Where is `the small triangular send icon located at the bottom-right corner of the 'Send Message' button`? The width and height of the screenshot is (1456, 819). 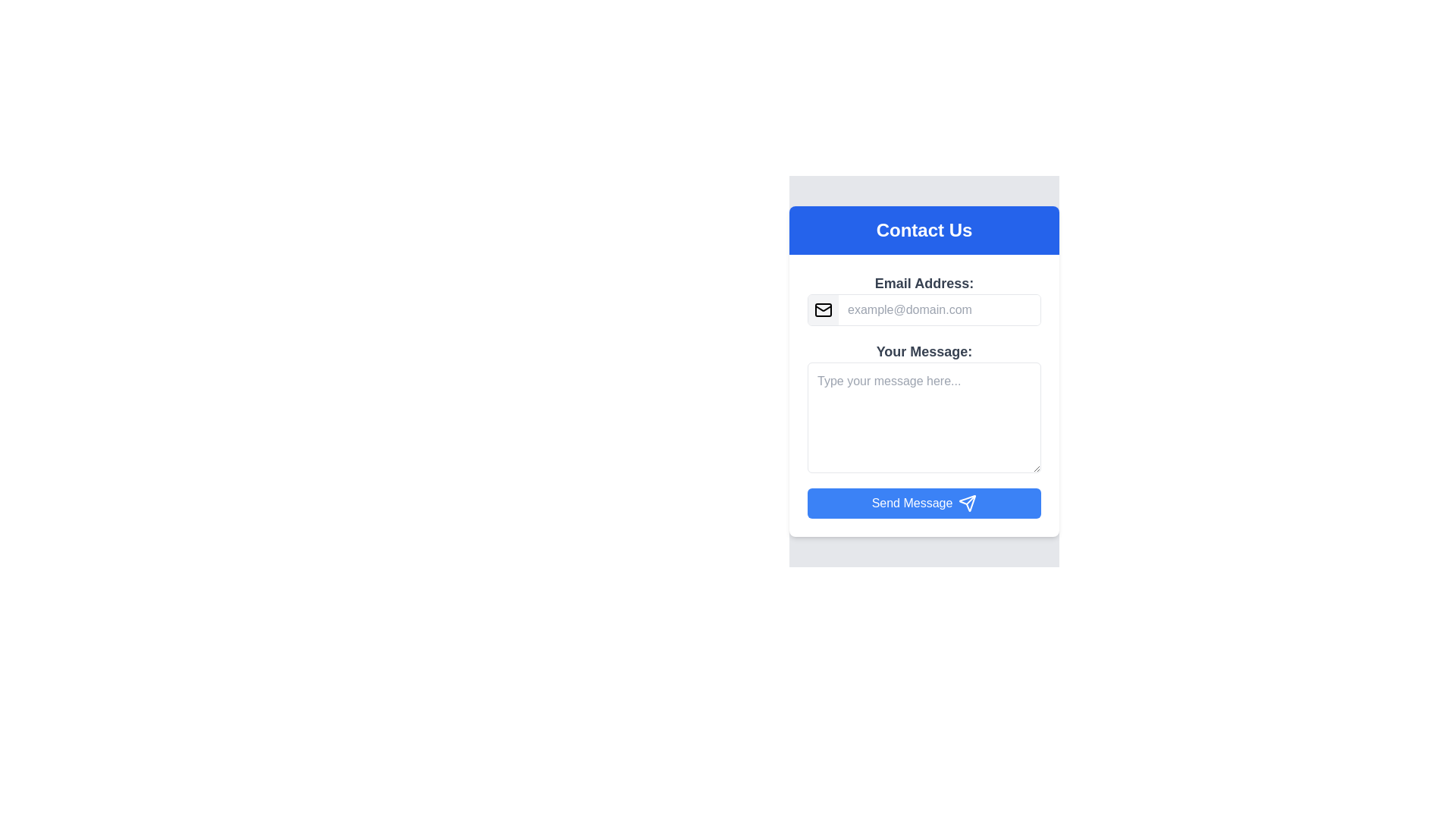 the small triangular send icon located at the bottom-right corner of the 'Send Message' button is located at coordinates (967, 503).